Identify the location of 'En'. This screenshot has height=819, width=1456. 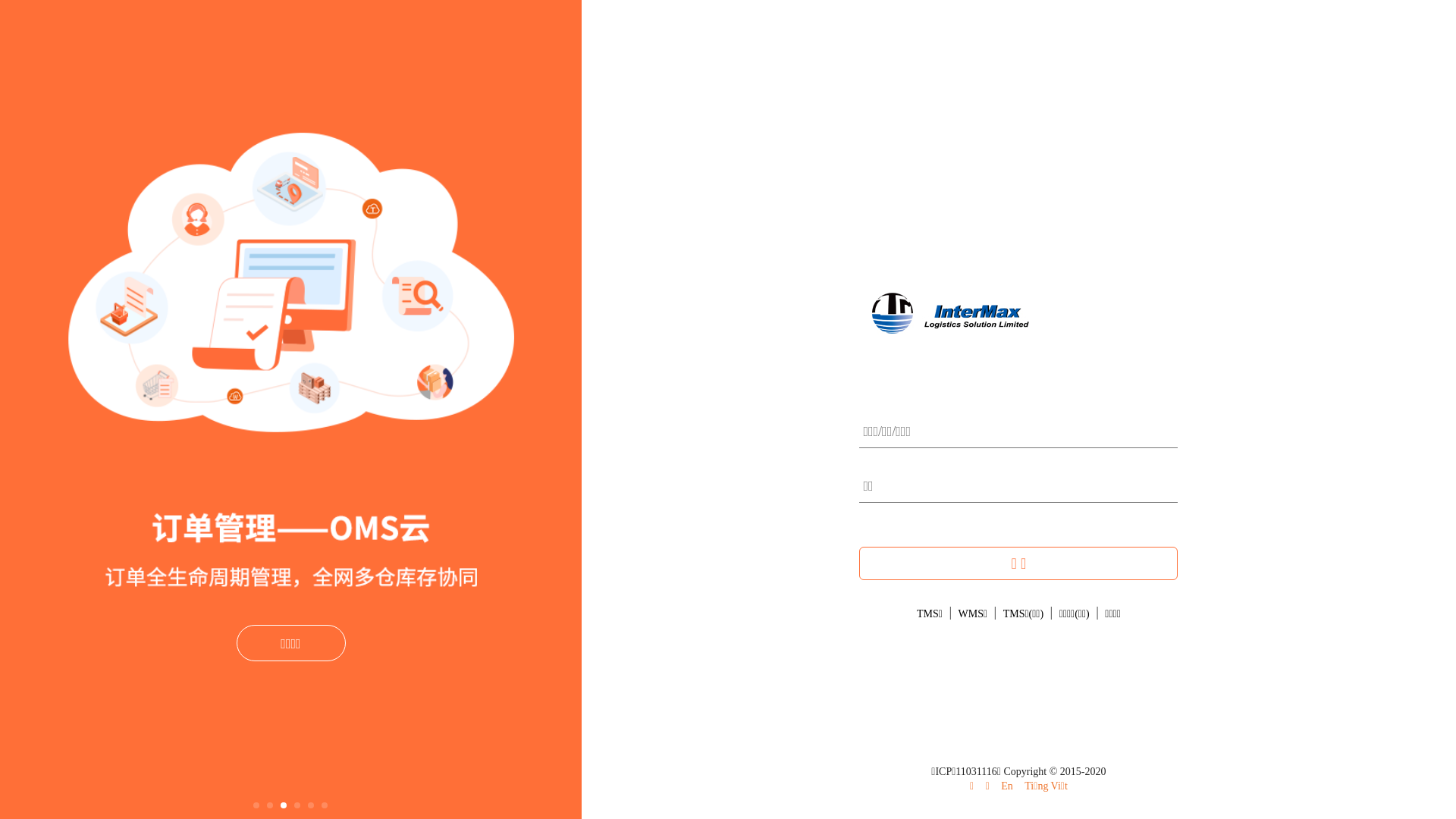
(1007, 785).